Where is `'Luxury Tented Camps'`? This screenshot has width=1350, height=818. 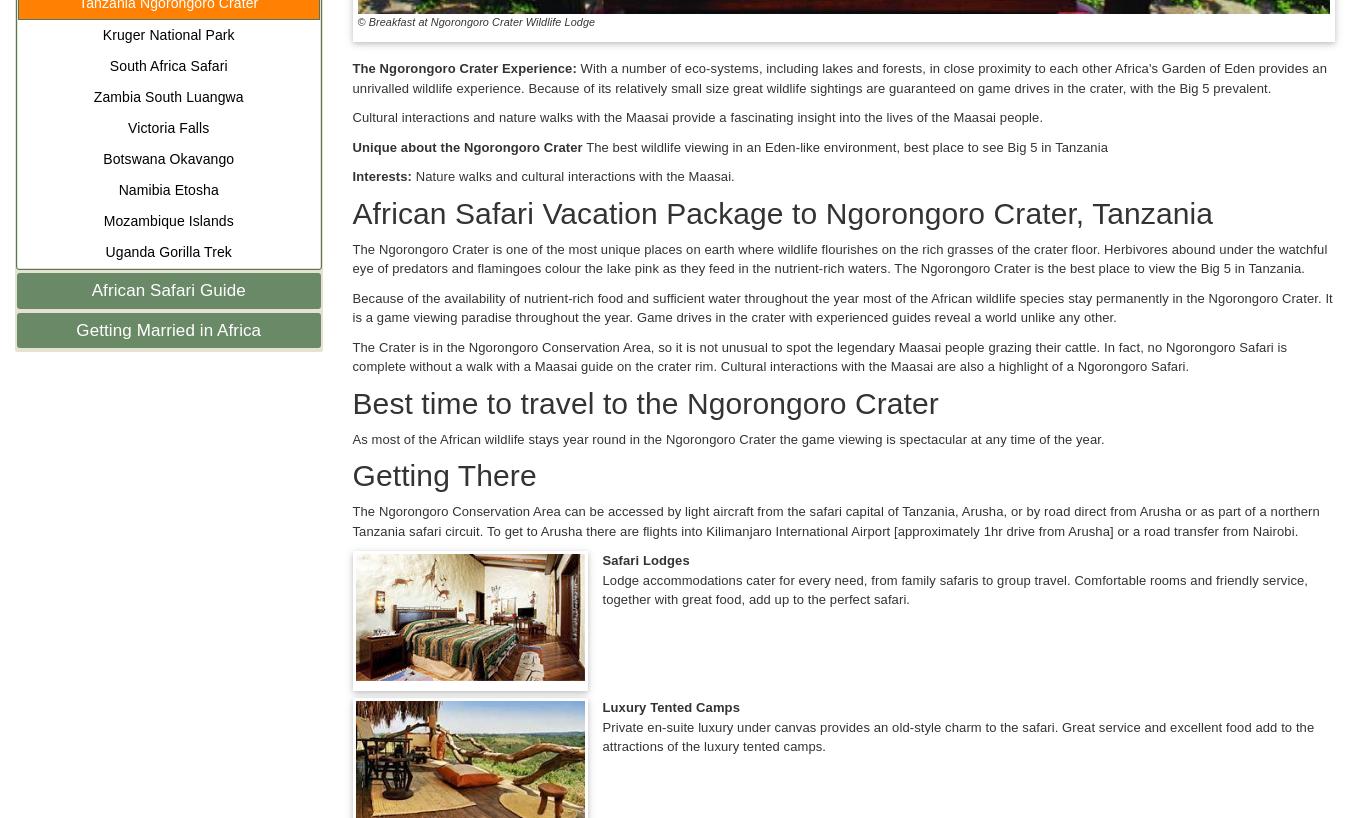
'Luxury Tented Camps' is located at coordinates (670, 706).